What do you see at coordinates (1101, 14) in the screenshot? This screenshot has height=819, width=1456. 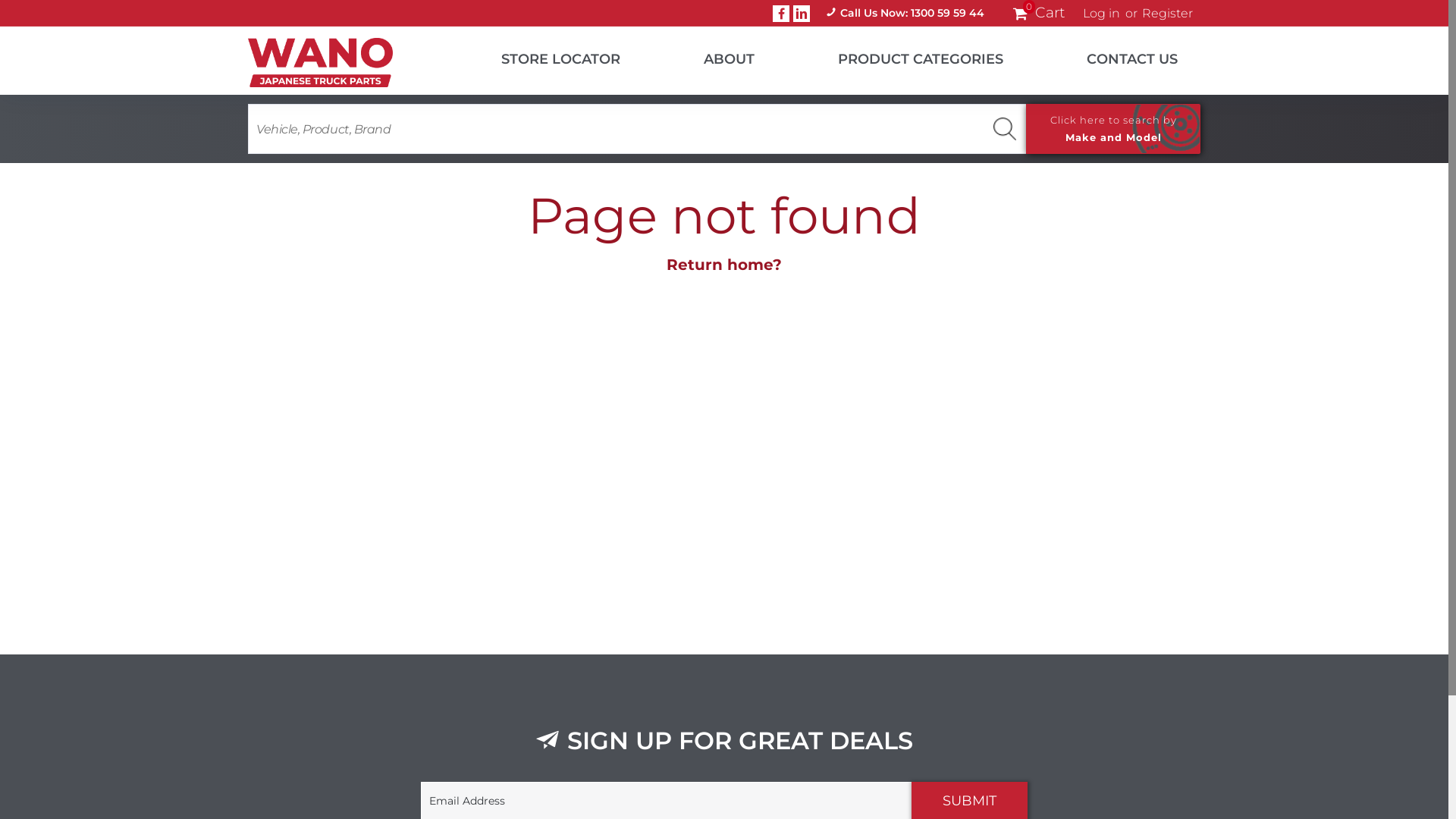 I see `'Log in'` at bounding box center [1101, 14].